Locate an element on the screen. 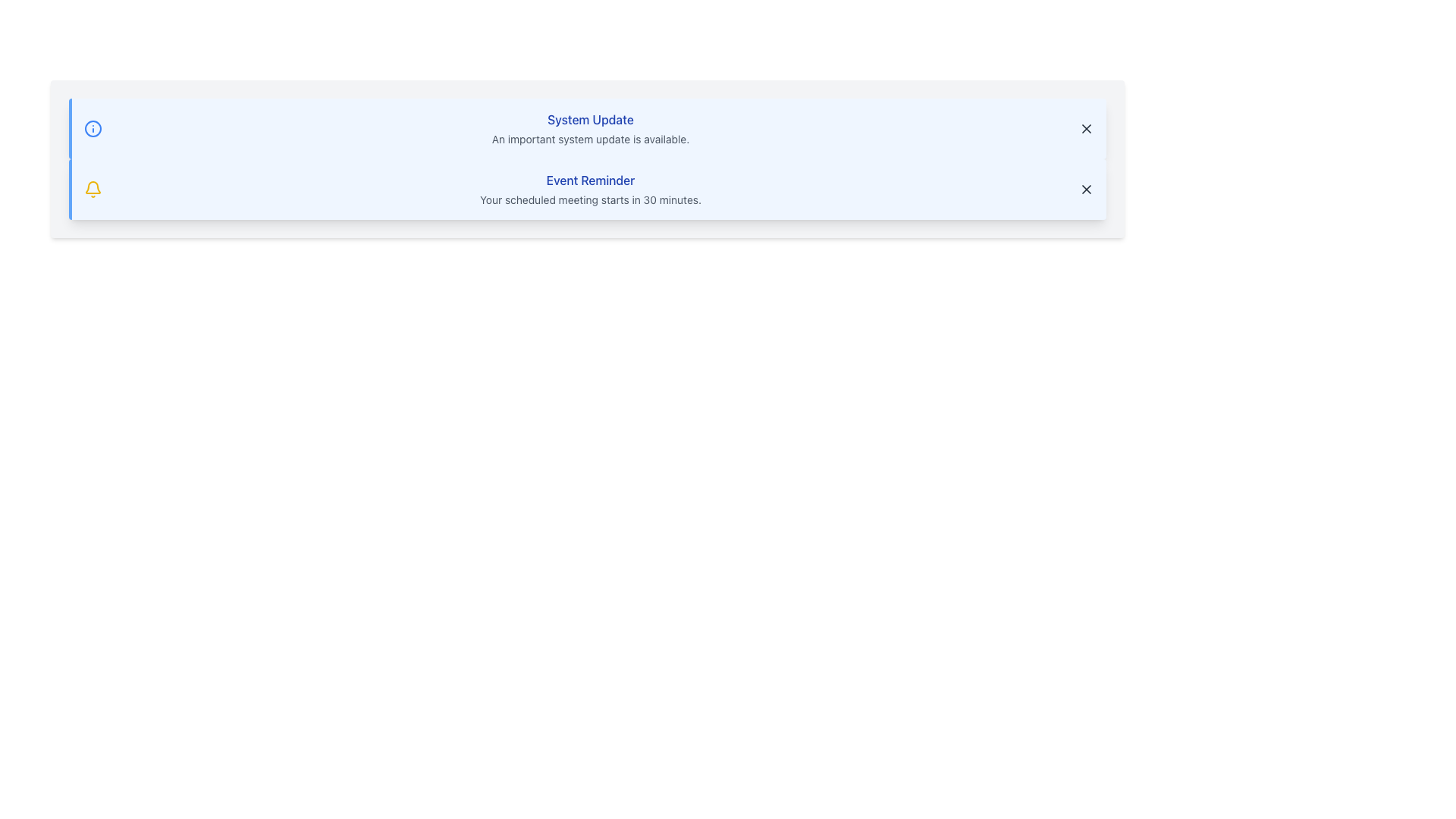 This screenshot has height=819, width=1456. informational text located in the notification area, which provides details about the system update notification, situated below the 'System Update' heading is located at coordinates (589, 140).